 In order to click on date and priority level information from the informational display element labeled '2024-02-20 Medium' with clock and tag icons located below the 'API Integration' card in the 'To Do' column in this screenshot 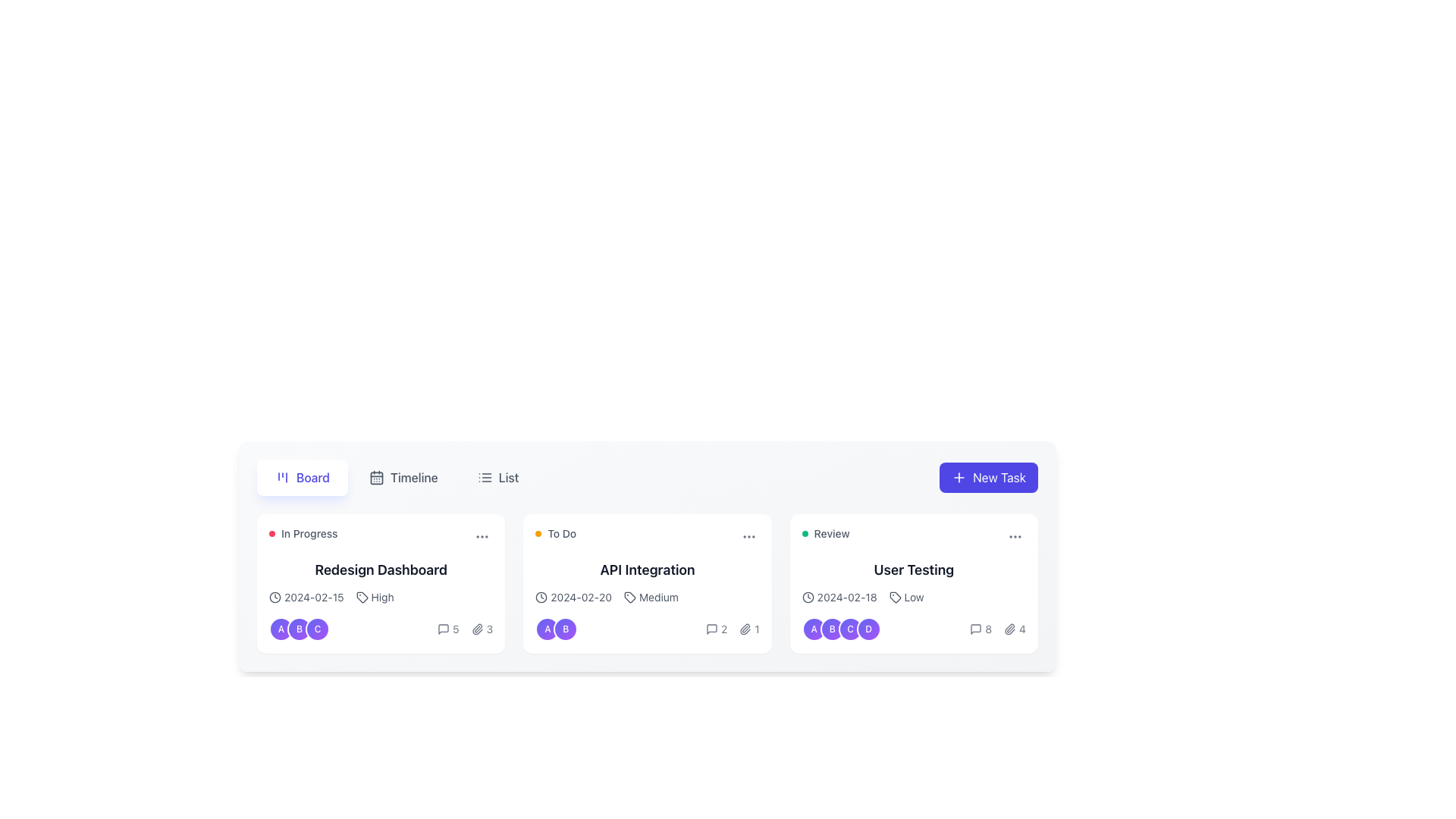, I will do `click(648, 596)`.